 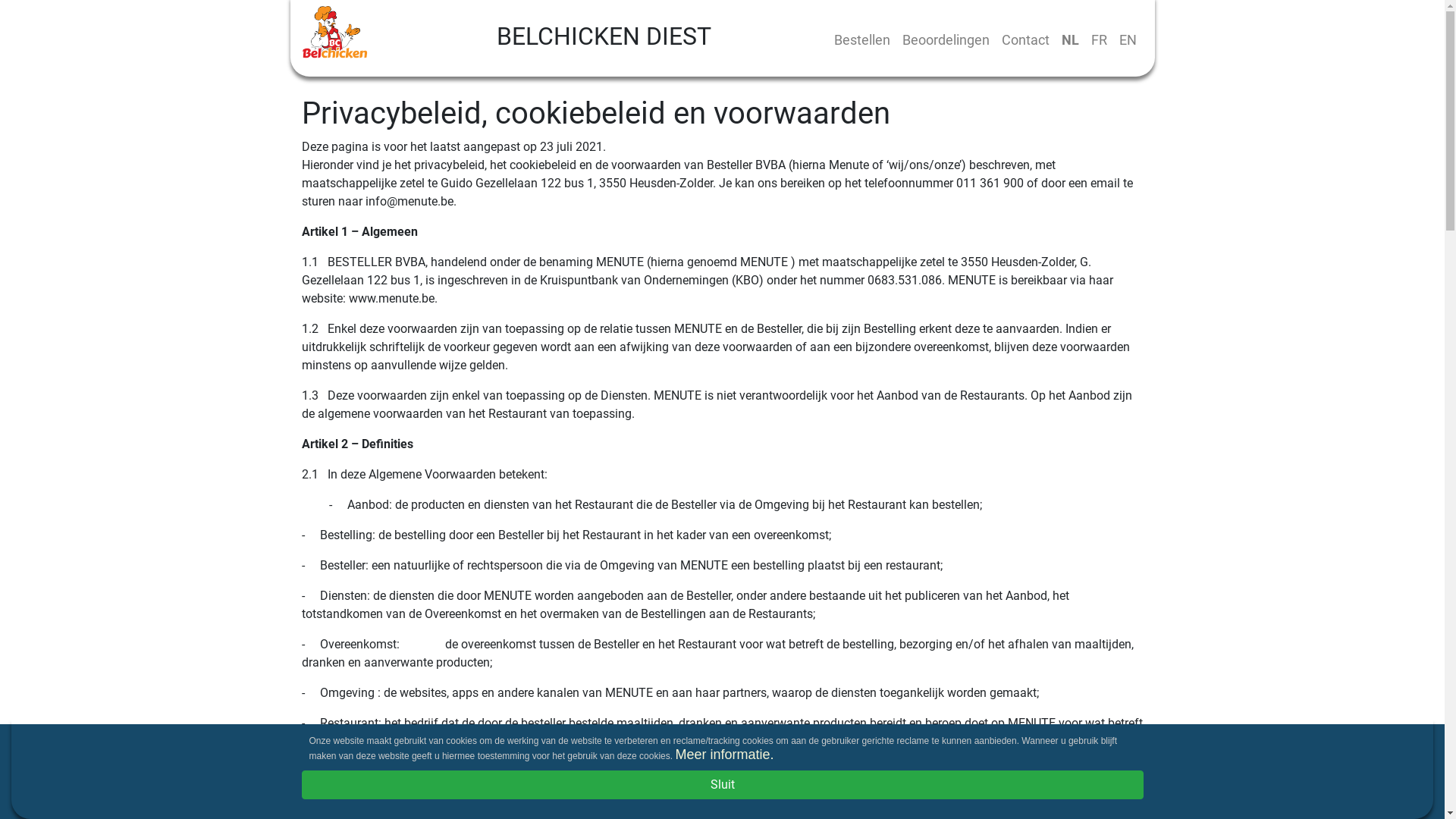 What do you see at coordinates (1128, 39) in the screenshot?
I see `'EN'` at bounding box center [1128, 39].